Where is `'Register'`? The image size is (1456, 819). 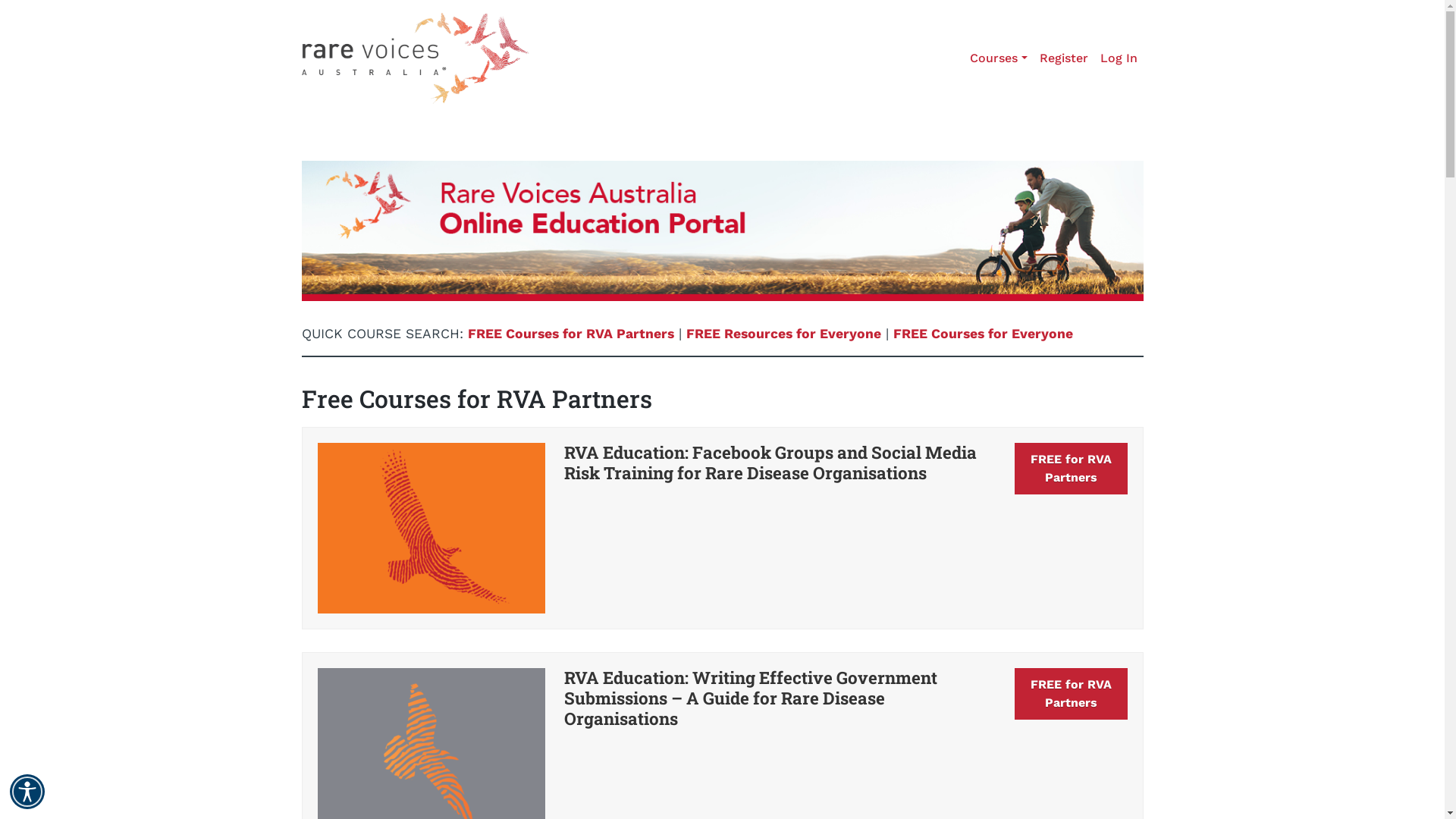
'Register' is located at coordinates (1032, 58).